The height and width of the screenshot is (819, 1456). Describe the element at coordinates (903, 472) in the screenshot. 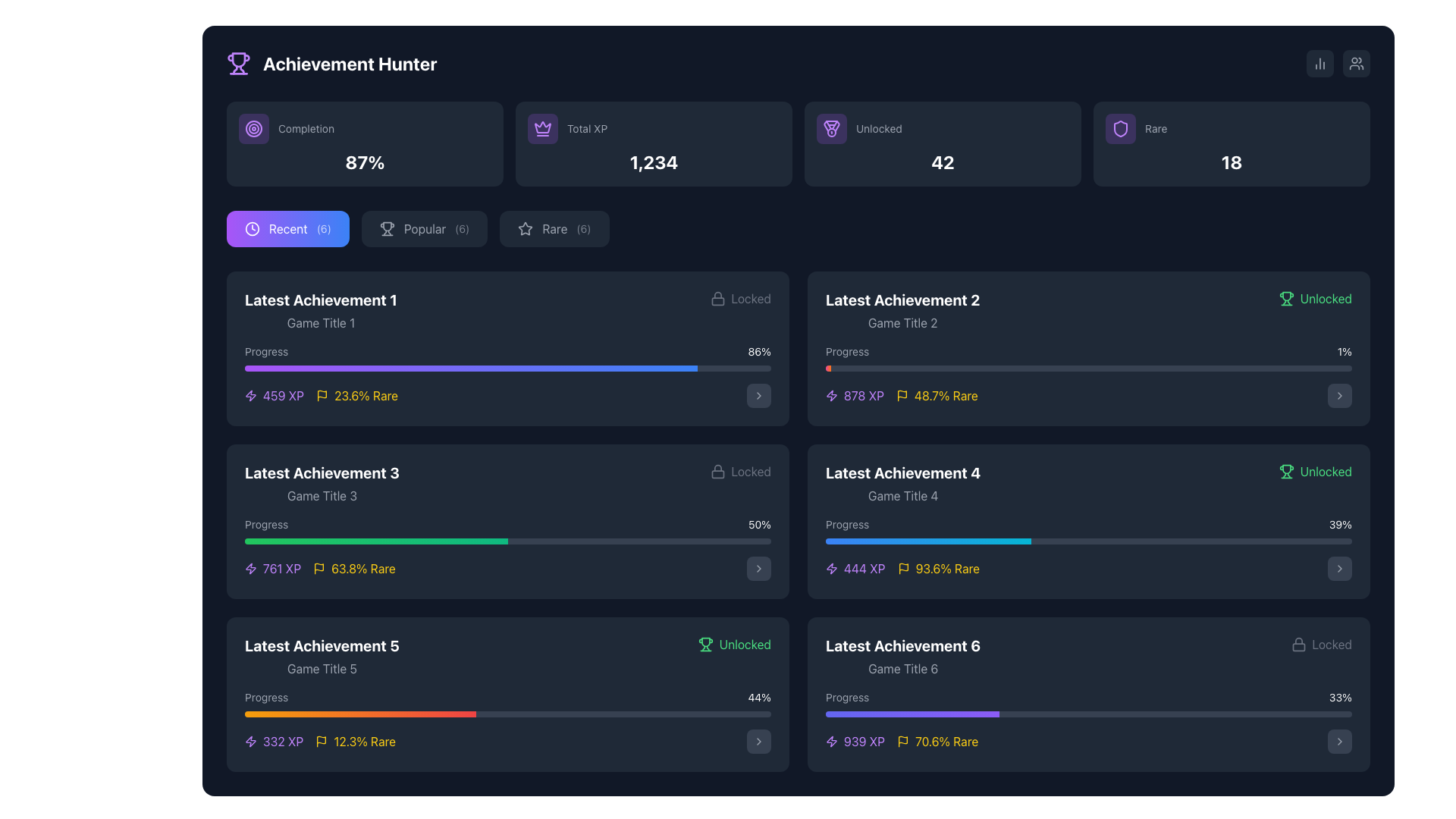

I see `the text label identifying the fourth achievement entry in the 'Latest Achievements' section` at that location.